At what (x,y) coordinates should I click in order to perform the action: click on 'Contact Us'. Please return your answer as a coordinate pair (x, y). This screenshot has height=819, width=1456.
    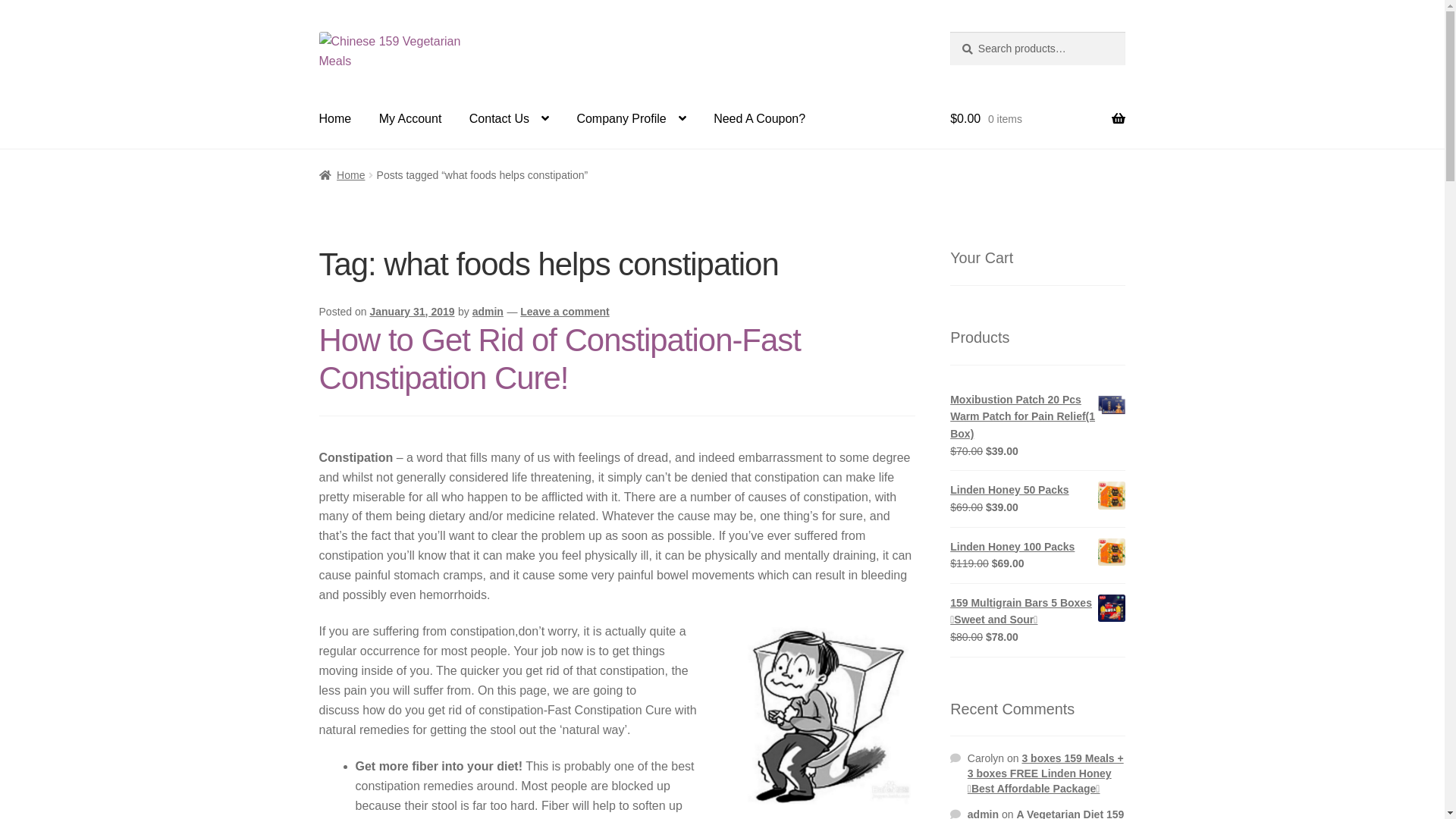
    Looking at the image, I should click on (457, 118).